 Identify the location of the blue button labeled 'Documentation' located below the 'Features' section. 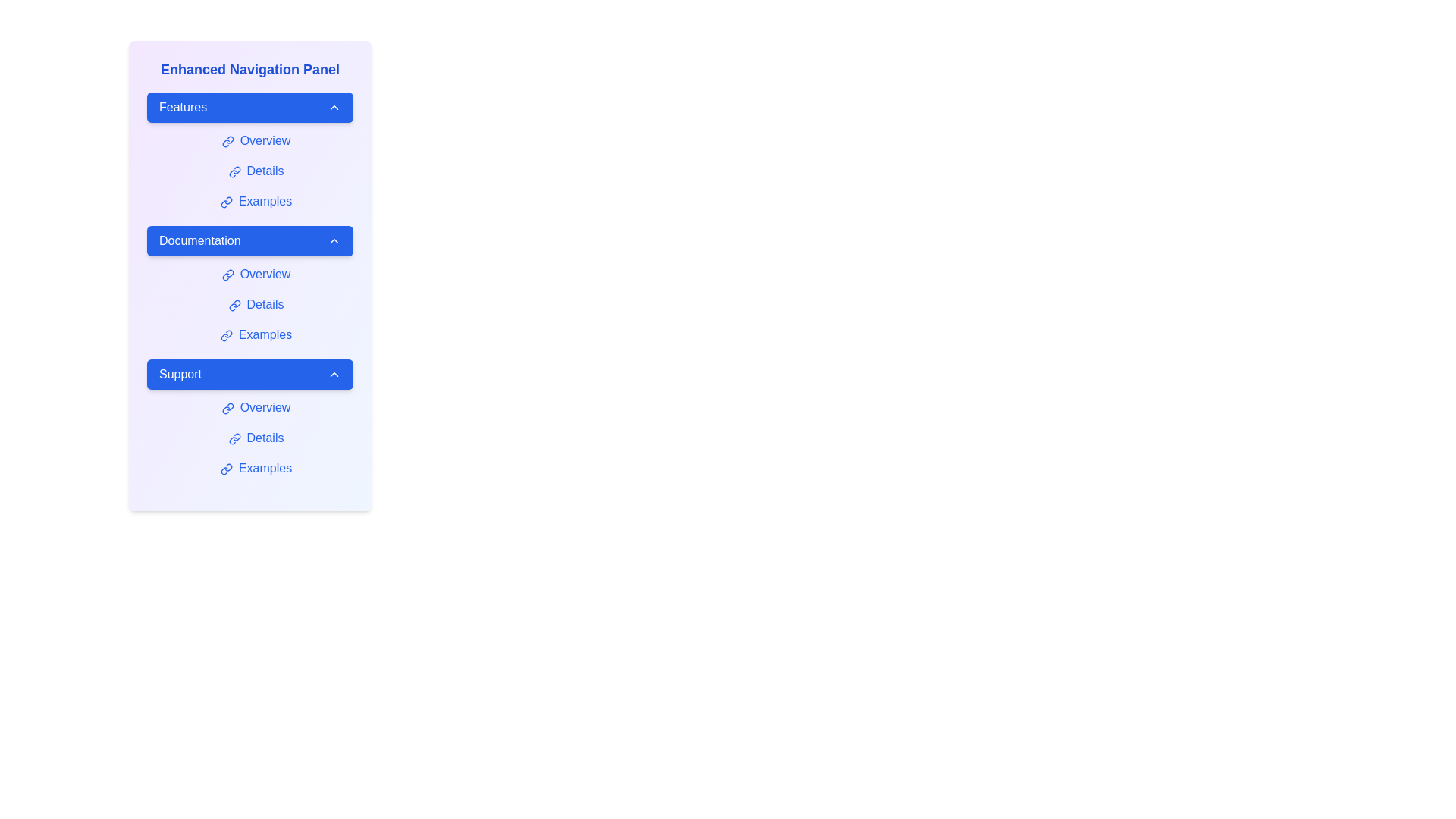
(250, 240).